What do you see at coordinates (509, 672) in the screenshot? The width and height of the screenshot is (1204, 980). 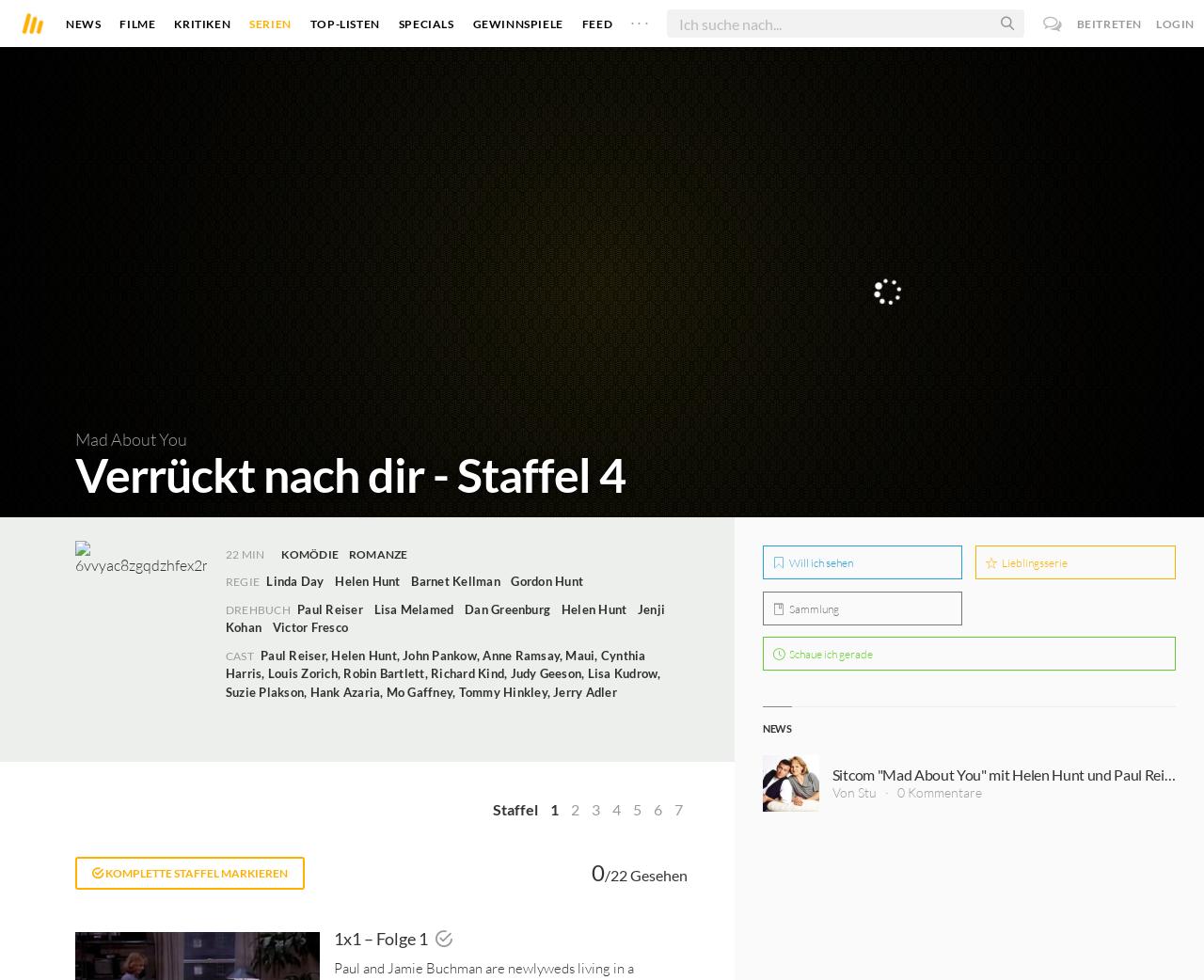 I see `'Judy Geeson'` at bounding box center [509, 672].